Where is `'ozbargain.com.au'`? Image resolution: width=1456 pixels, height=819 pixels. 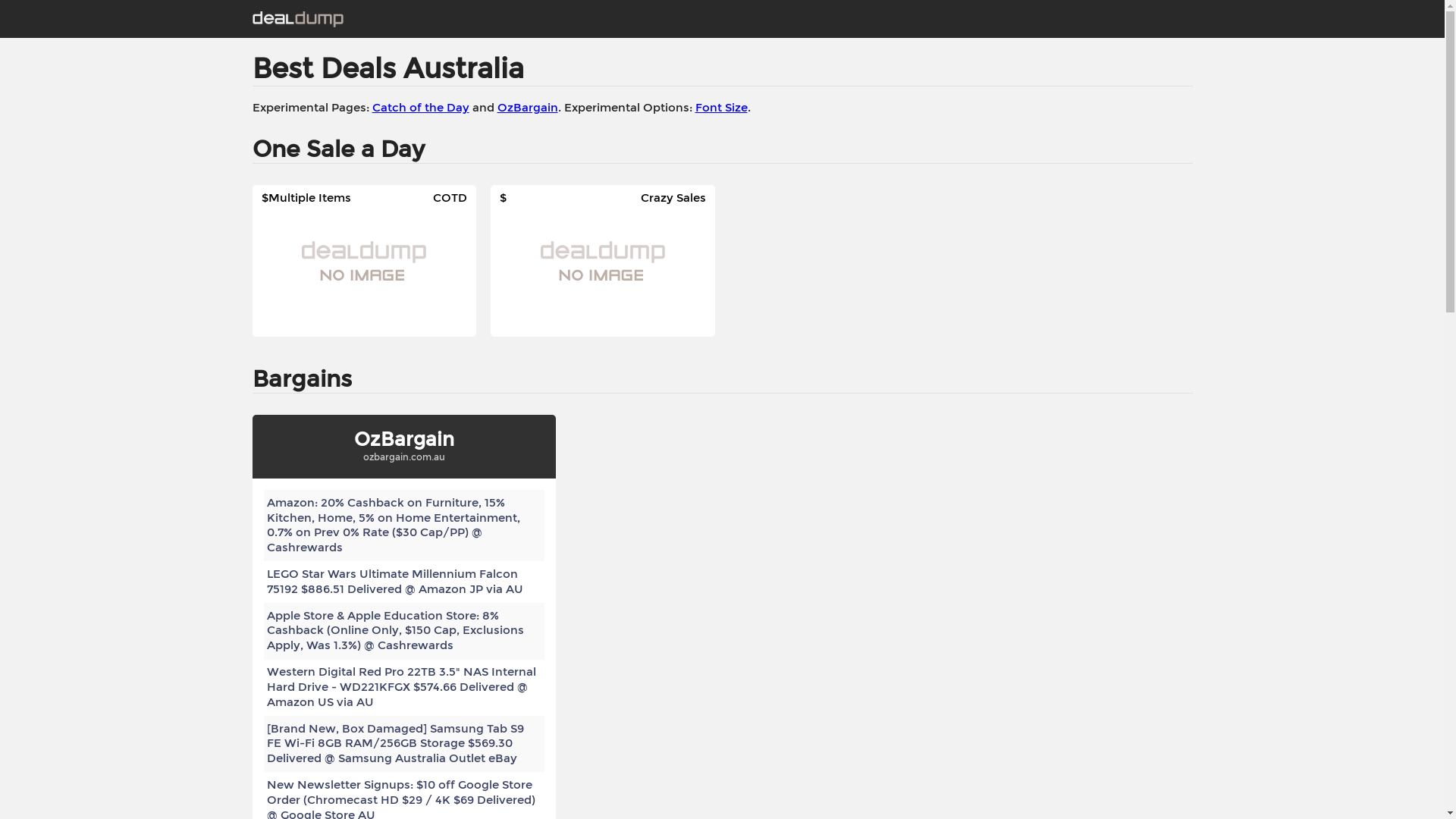 'ozbargain.com.au' is located at coordinates (403, 456).